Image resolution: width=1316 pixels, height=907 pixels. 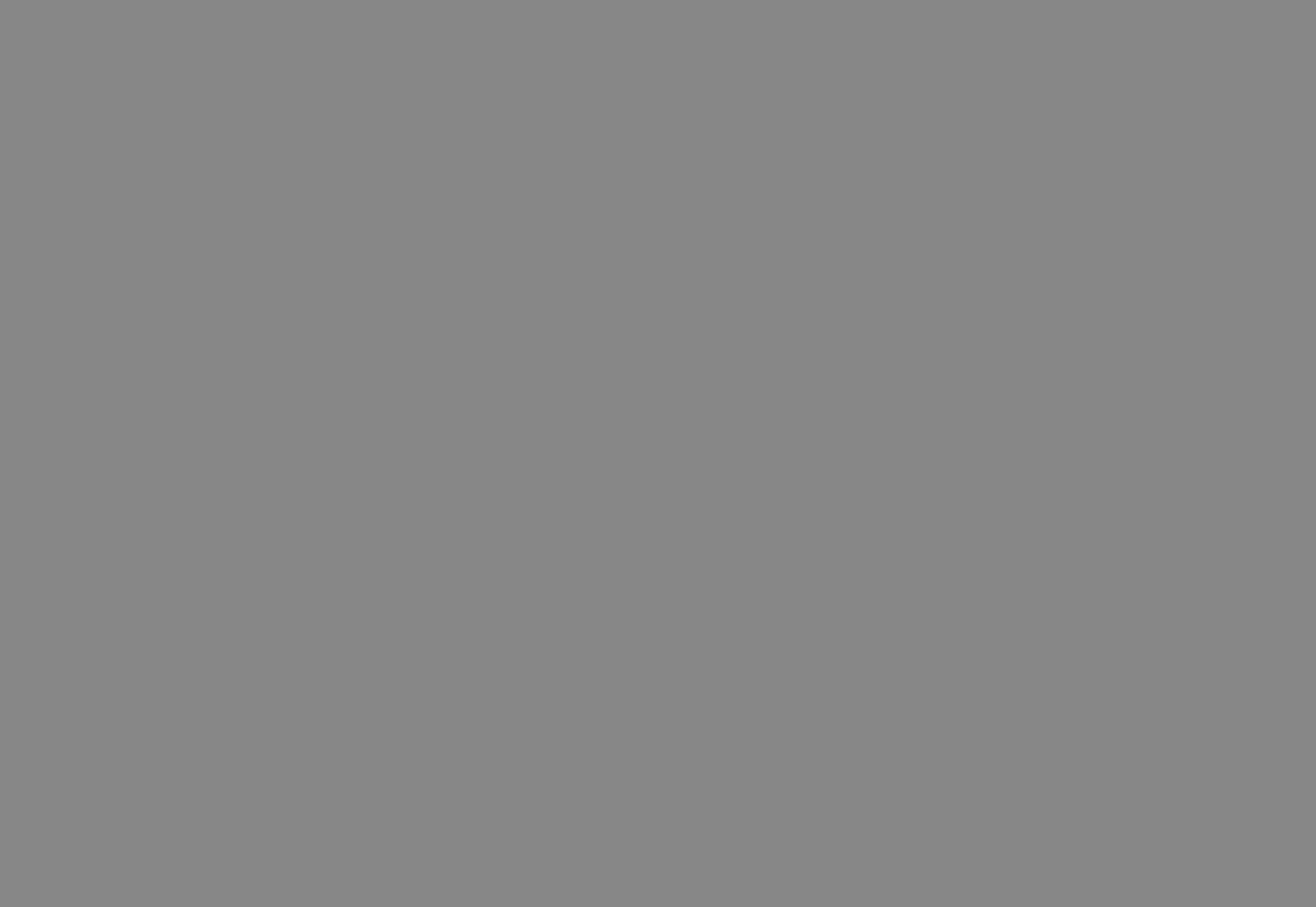 I want to click on 'CMC 430 transport options', so click(x=965, y=306).